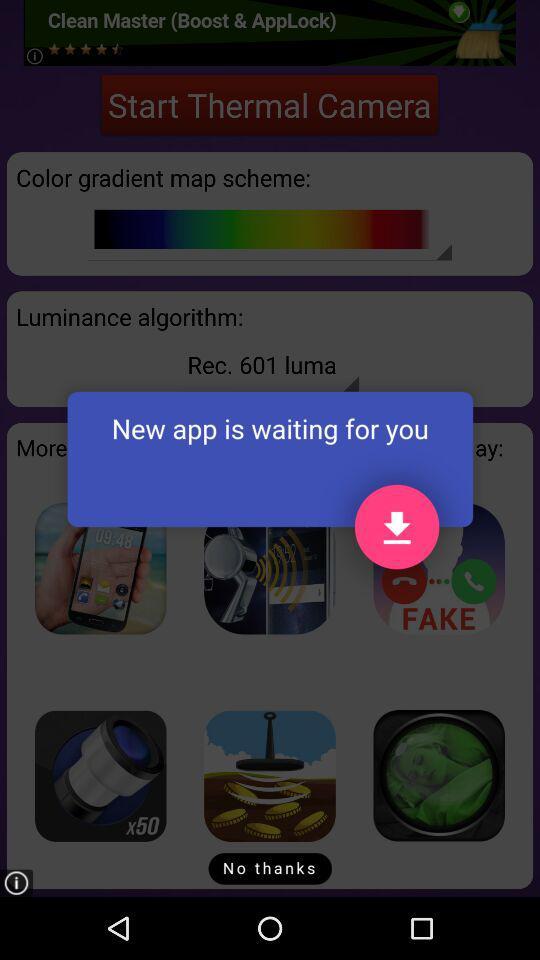 The height and width of the screenshot is (960, 540). What do you see at coordinates (269, 105) in the screenshot?
I see `the start thermal camera icon` at bounding box center [269, 105].